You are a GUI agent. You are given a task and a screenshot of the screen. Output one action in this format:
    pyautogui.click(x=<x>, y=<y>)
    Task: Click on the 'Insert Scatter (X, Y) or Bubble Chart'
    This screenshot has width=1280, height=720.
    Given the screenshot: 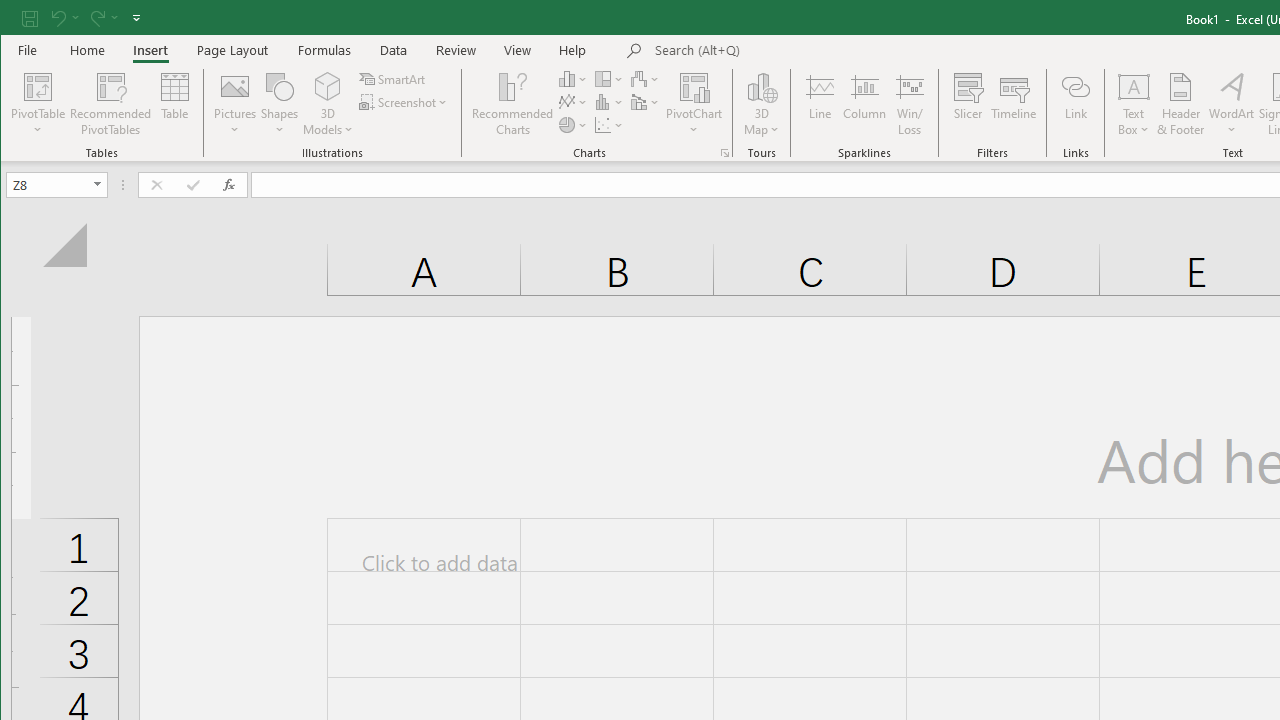 What is the action you would take?
    pyautogui.click(x=608, y=125)
    